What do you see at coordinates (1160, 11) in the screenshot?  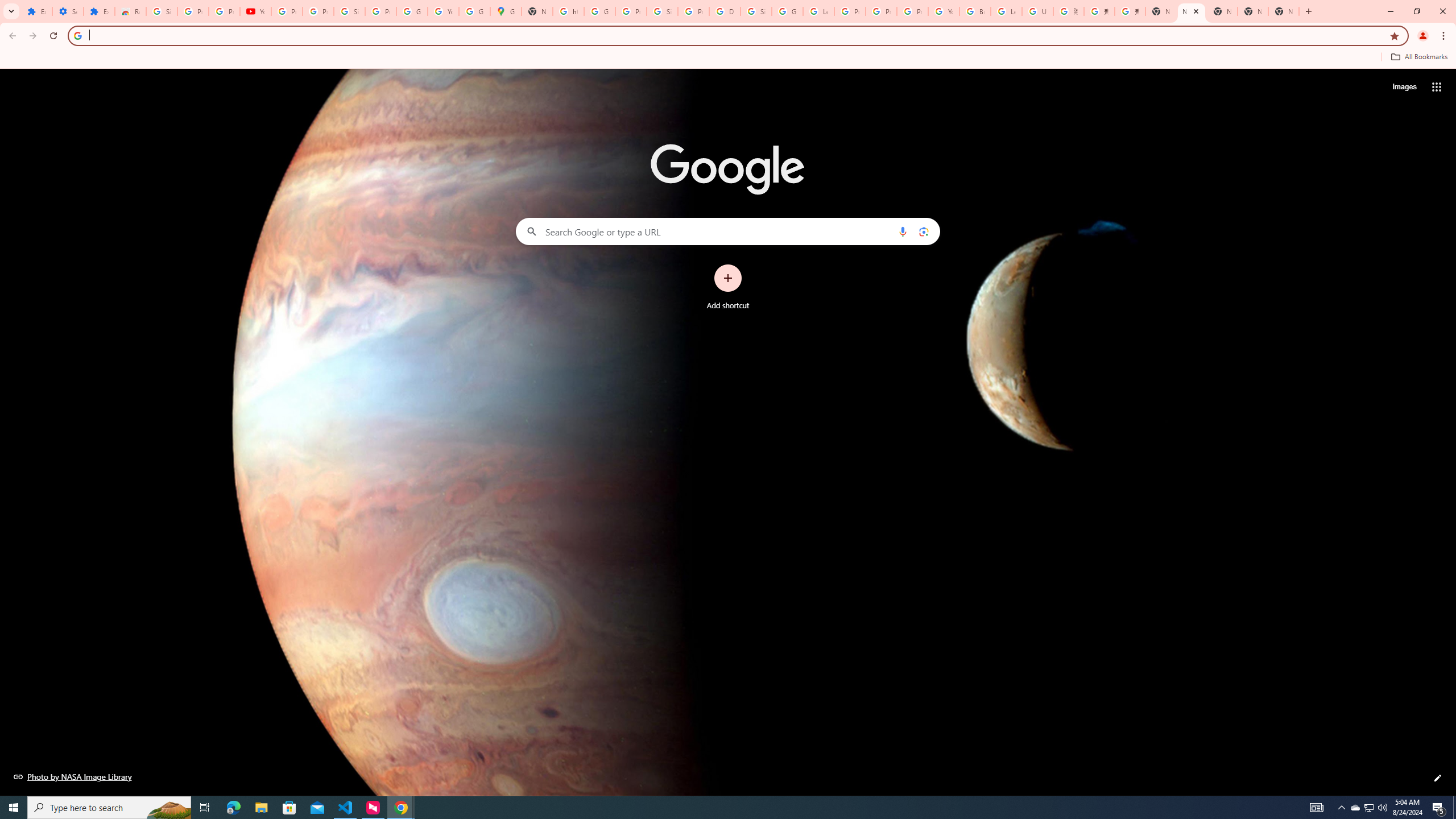 I see `'New Tab'` at bounding box center [1160, 11].